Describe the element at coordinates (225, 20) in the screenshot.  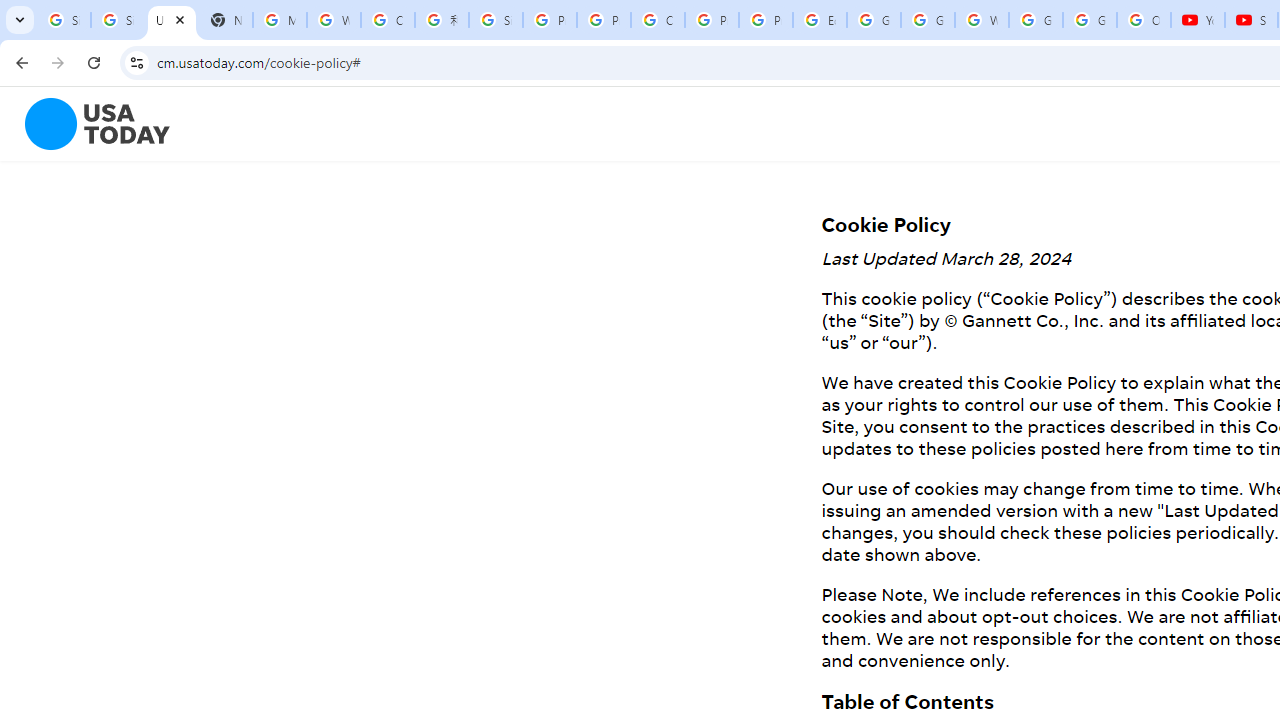
I see `'New Tab'` at that location.